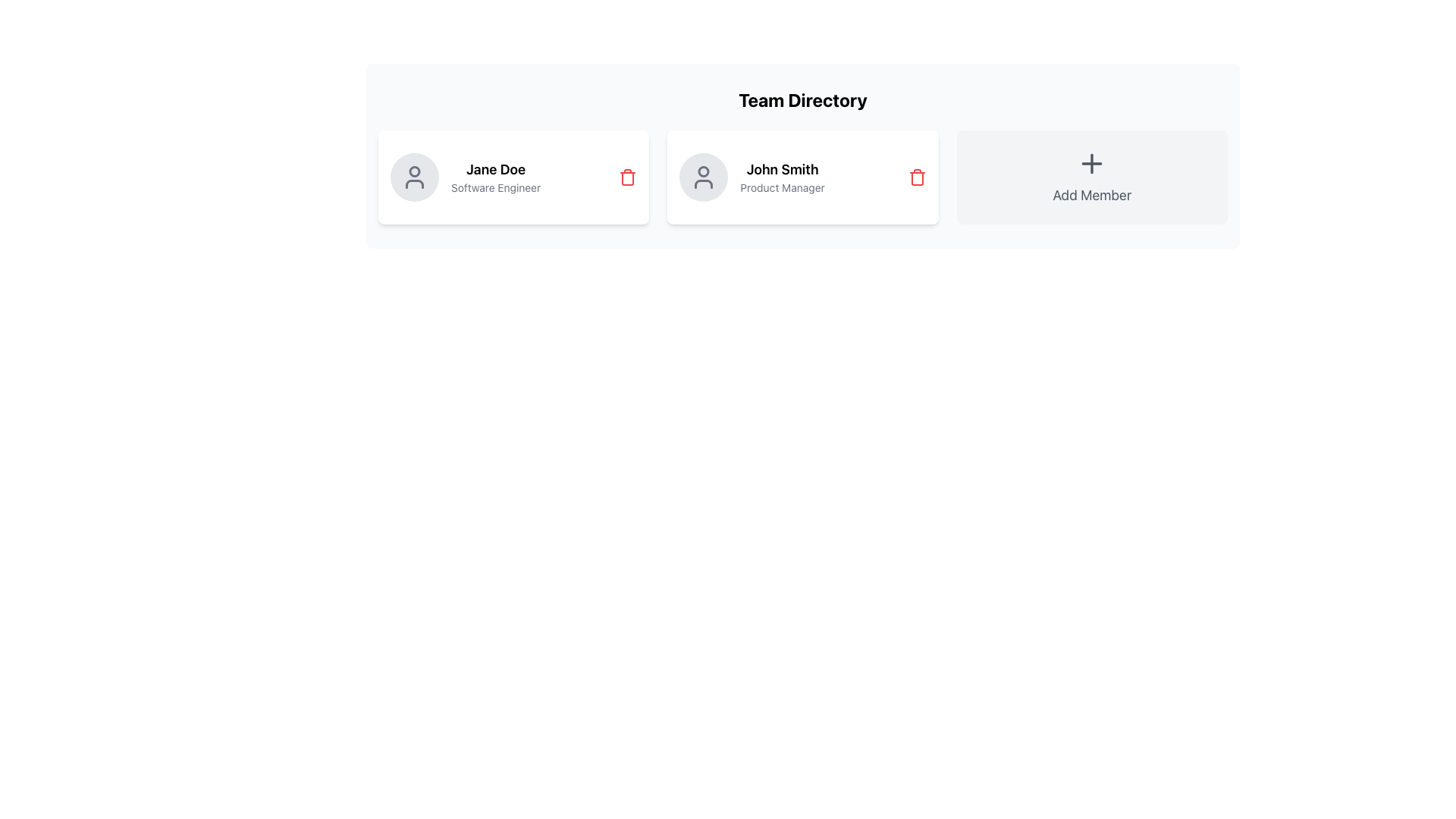  I want to click on the team member card located at the top left side of the 'Team Directory', which displays the member's name and designation, so click(513, 177).